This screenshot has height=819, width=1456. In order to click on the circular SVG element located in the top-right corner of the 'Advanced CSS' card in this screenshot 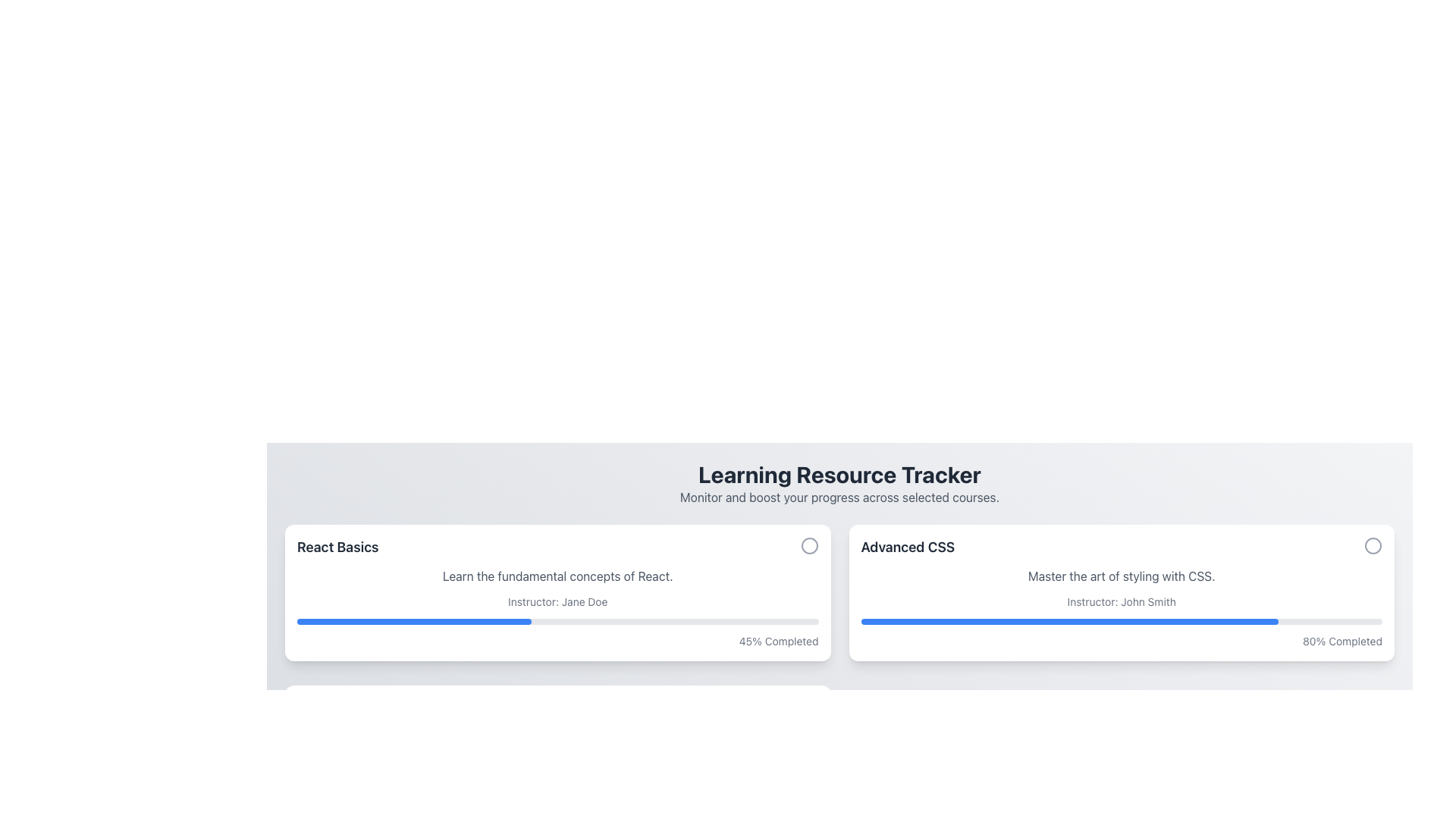, I will do `click(1373, 546)`.